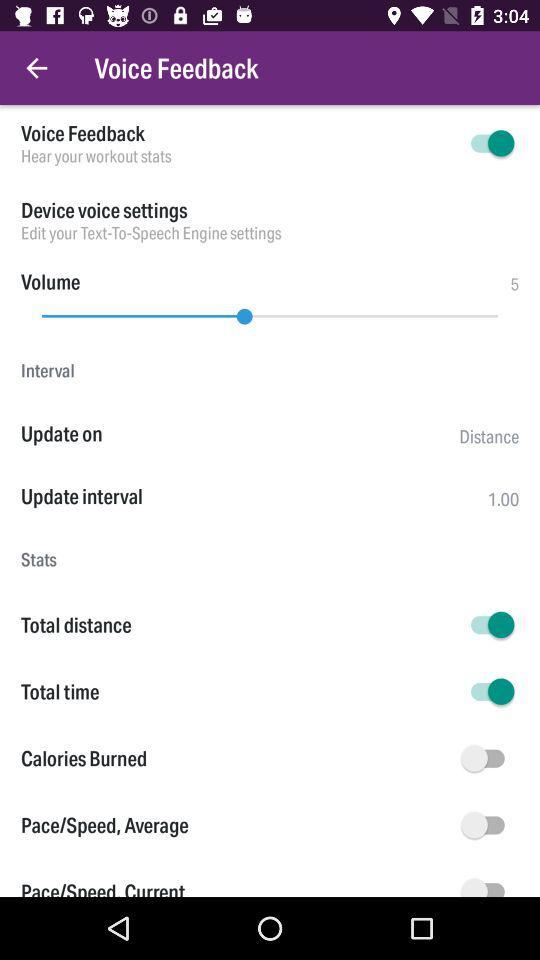  Describe the element at coordinates (50, 280) in the screenshot. I see `the volume item` at that location.